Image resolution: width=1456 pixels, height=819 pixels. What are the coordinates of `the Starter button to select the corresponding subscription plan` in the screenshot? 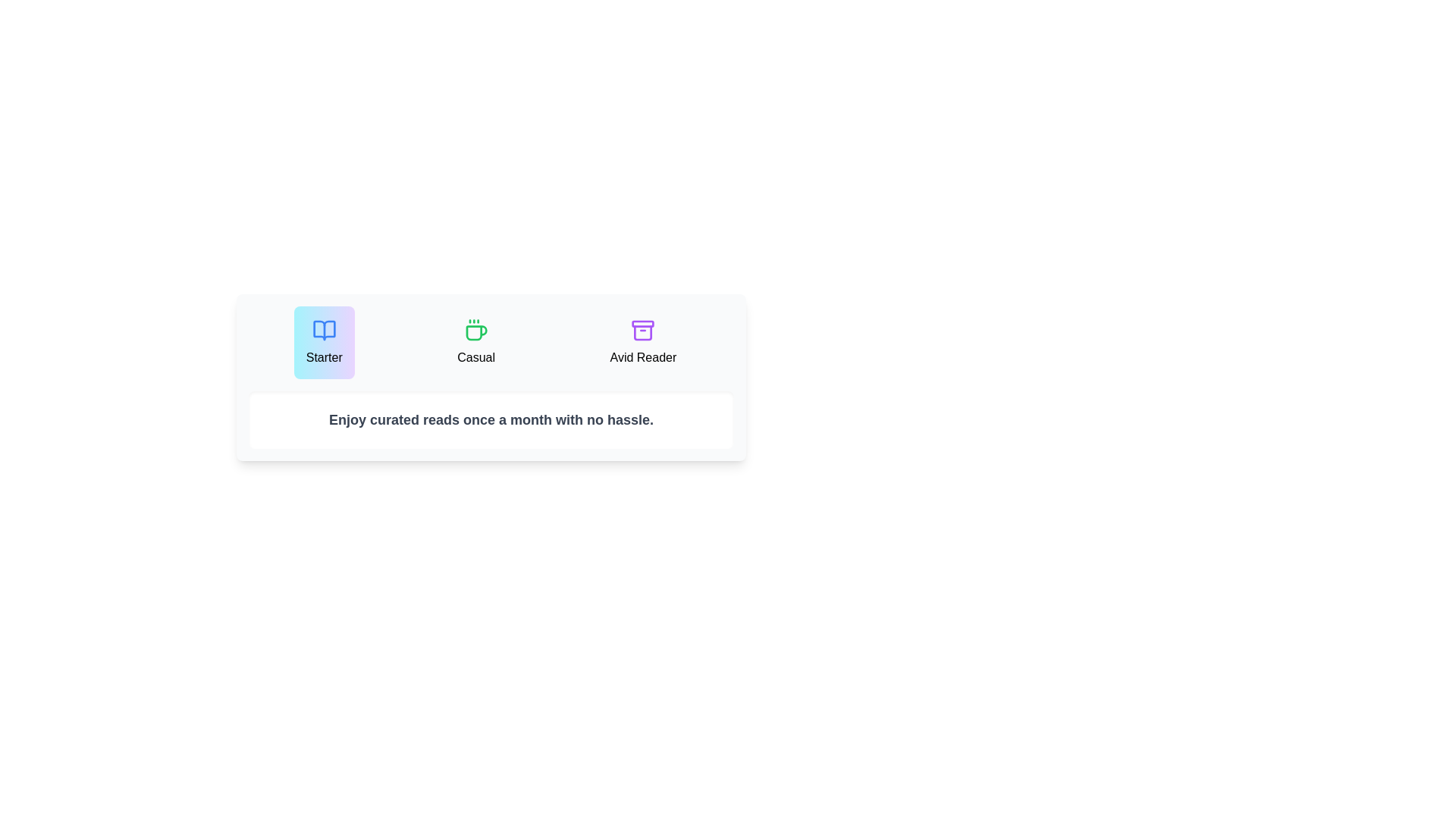 It's located at (323, 342).